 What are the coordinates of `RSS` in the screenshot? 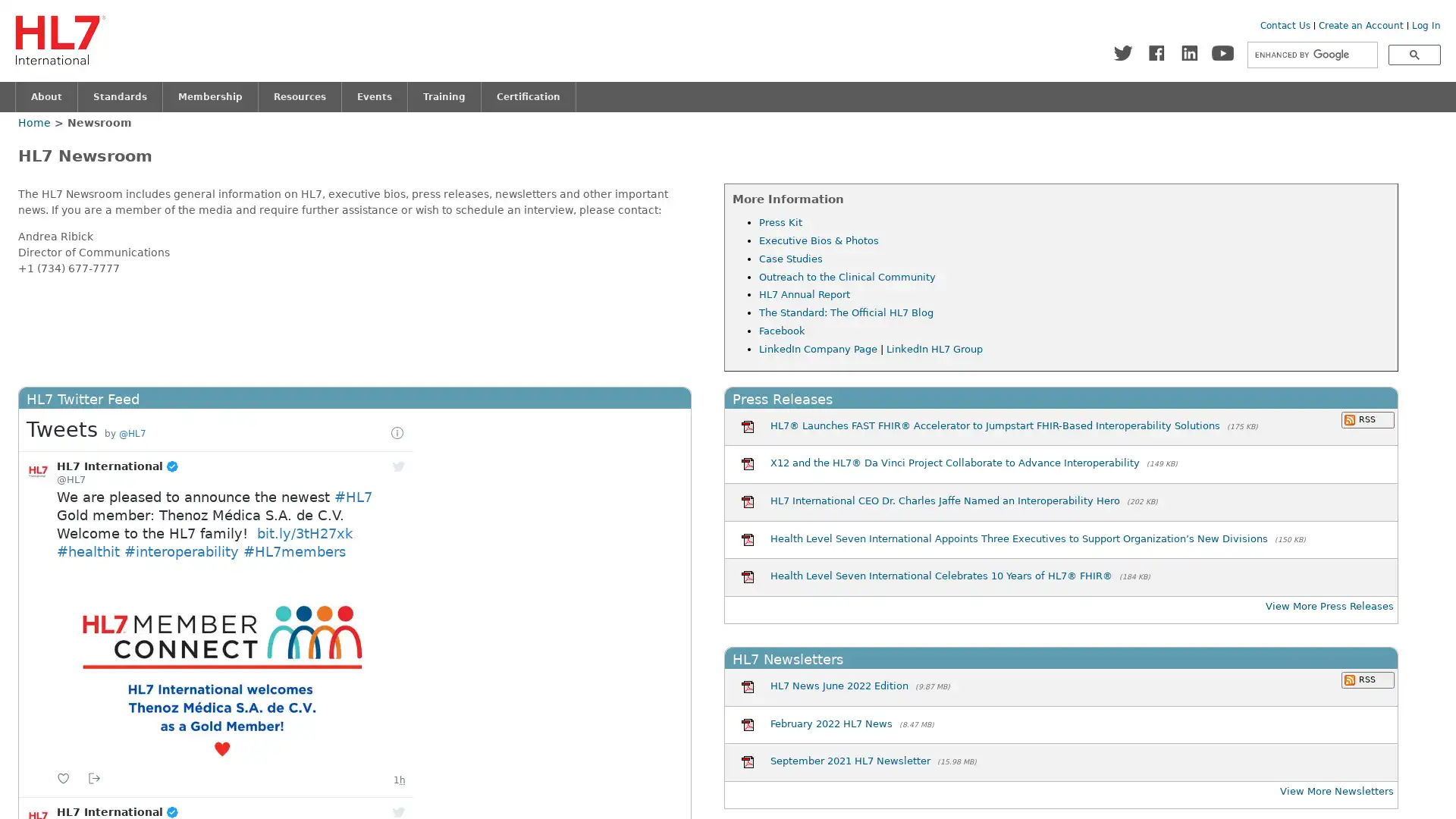 It's located at (1367, 419).